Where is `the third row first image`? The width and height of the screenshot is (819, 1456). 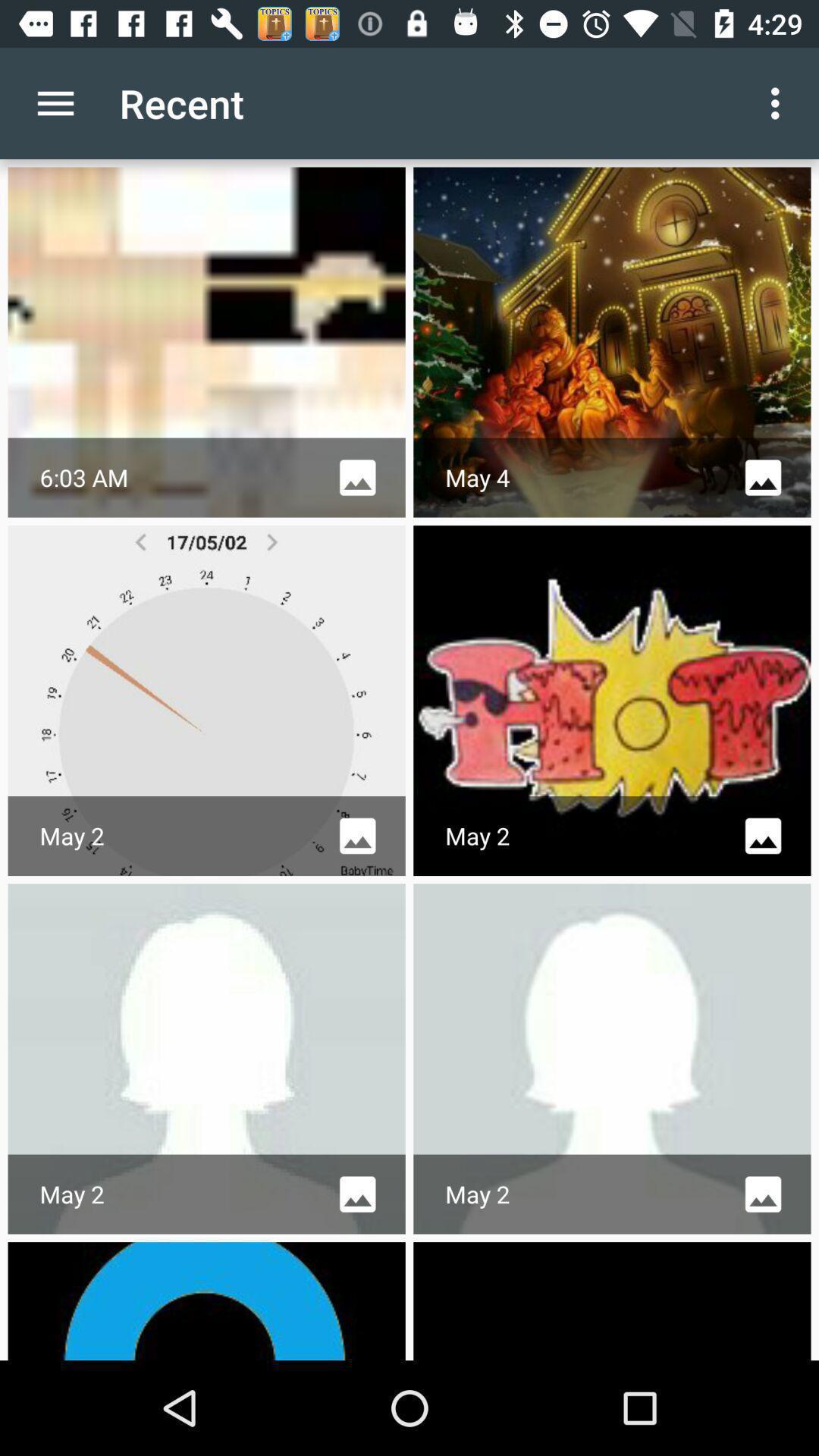 the third row first image is located at coordinates (207, 1058).